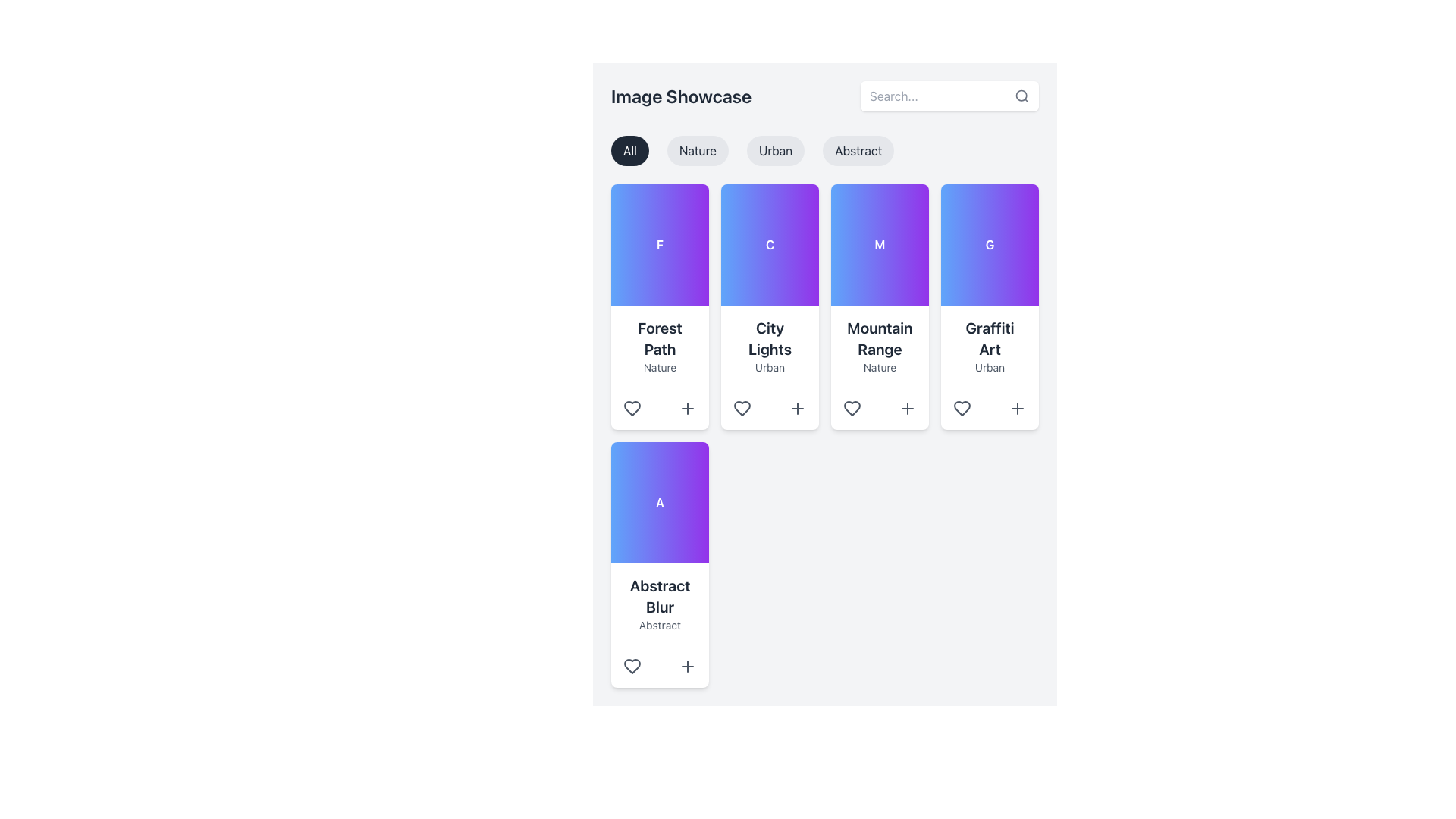 The width and height of the screenshot is (1456, 819). What do you see at coordinates (852, 408) in the screenshot?
I see `the heart-shaped IconButton located at the bottom-left corner of the third card in the first row to mark it as favorite or unfavorite` at bounding box center [852, 408].